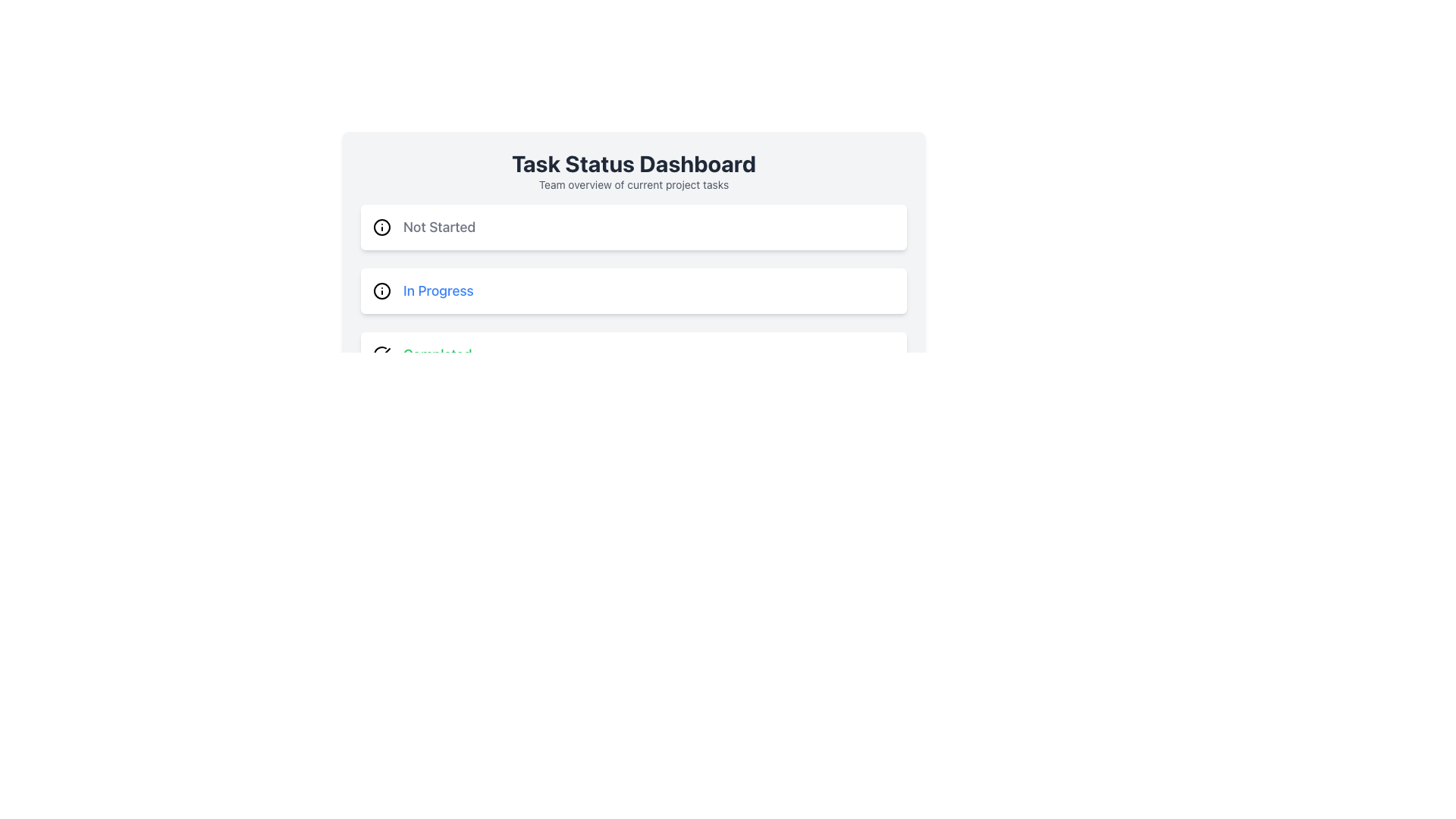 The width and height of the screenshot is (1456, 819). What do you see at coordinates (382, 291) in the screenshot?
I see `the SVG circle element that is part of the information icon, located before the 'Not Started' text label` at bounding box center [382, 291].